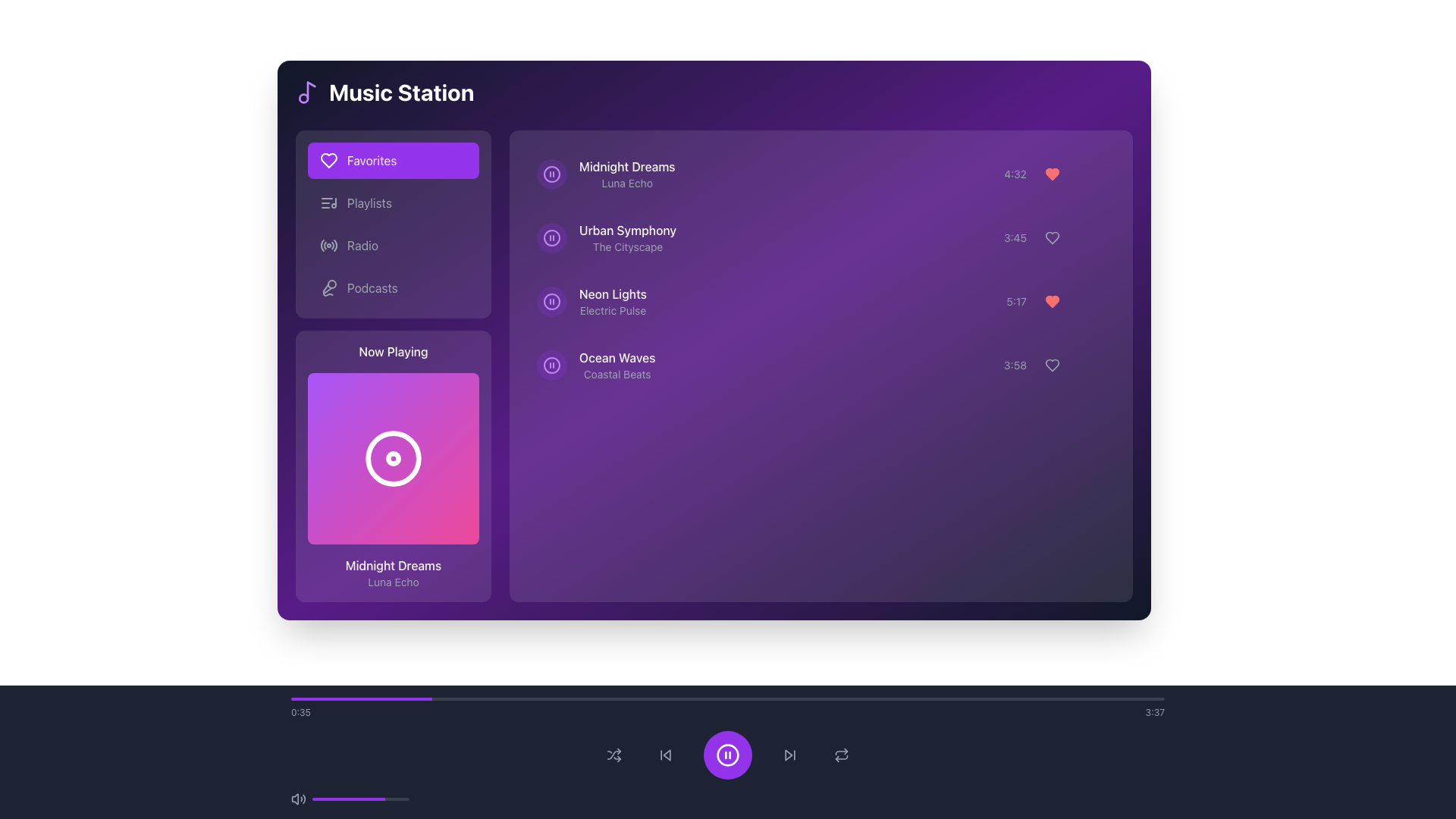 Image resolution: width=1456 pixels, height=819 pixels. Describe the element at coordinates (1051, 237) in the screenshot. I see `the heart icon button next to the song 'Urban Symphony' to favorite or unfavorite the item` at that location.